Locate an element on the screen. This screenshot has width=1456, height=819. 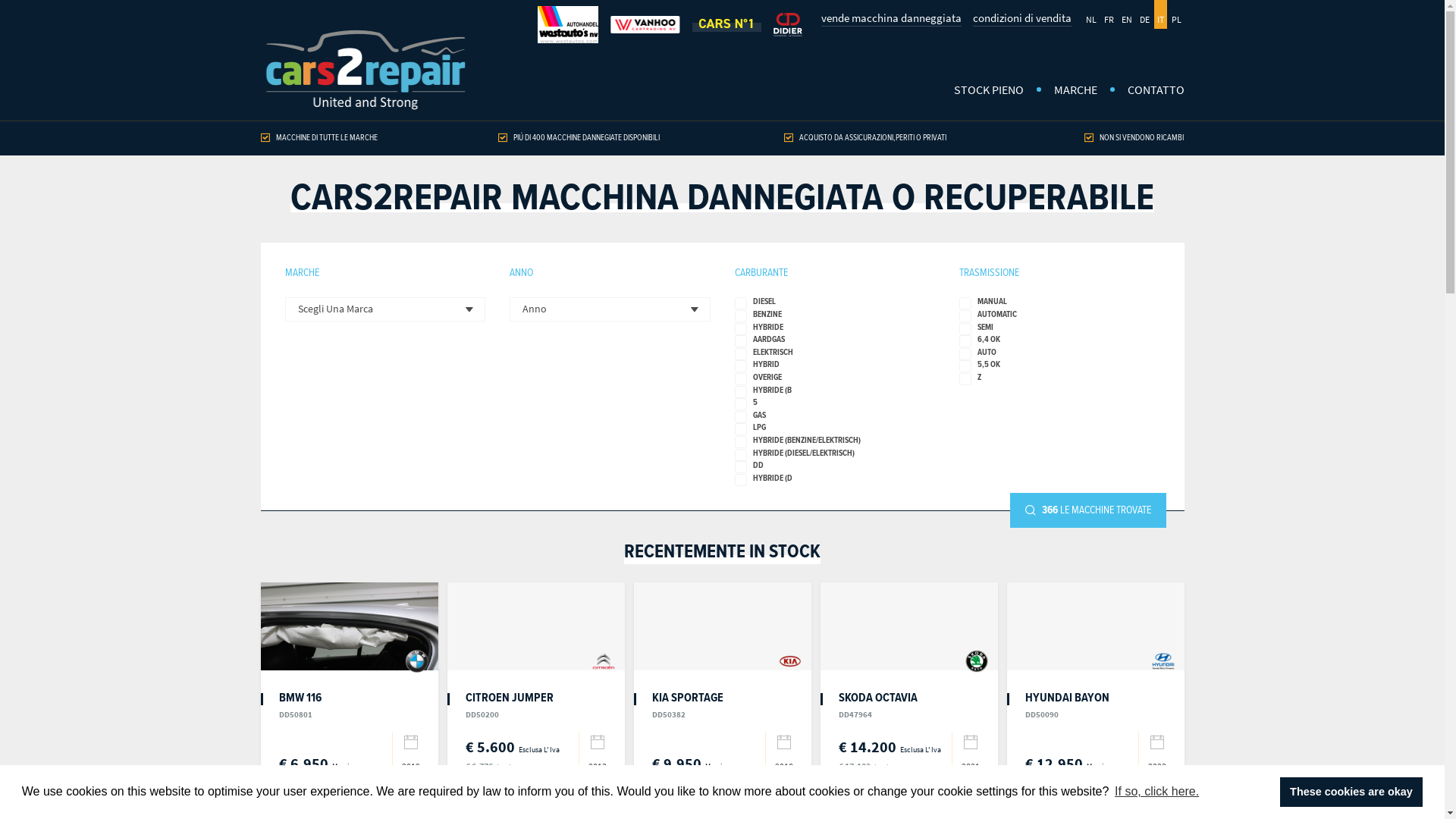
'CITROEN JUMPER is located at coordinates (510, 704).